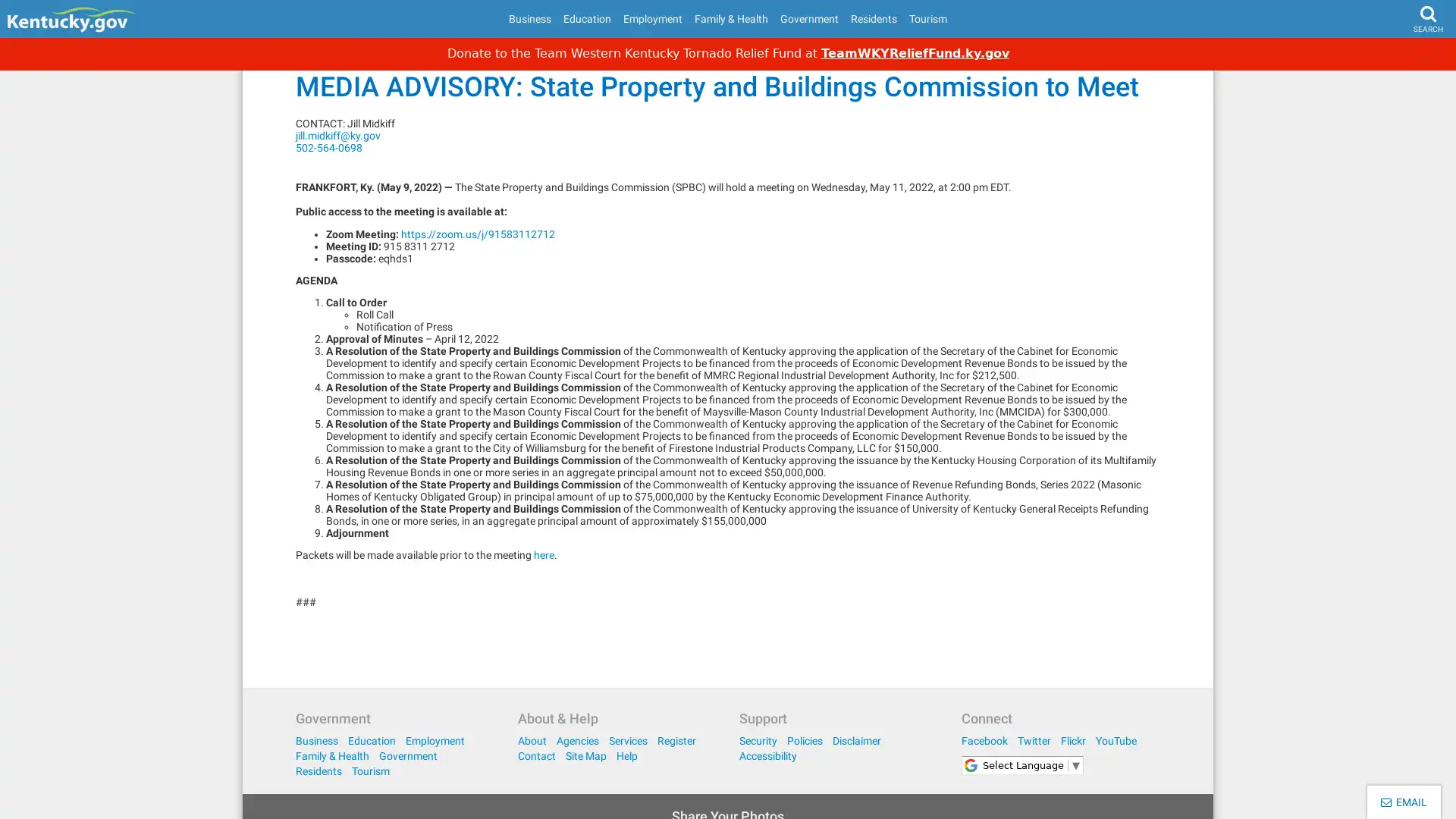  What do you see at coordinates (1399, 58) in the screenshot?
I see `Search` at bounding box center [1399, 58].